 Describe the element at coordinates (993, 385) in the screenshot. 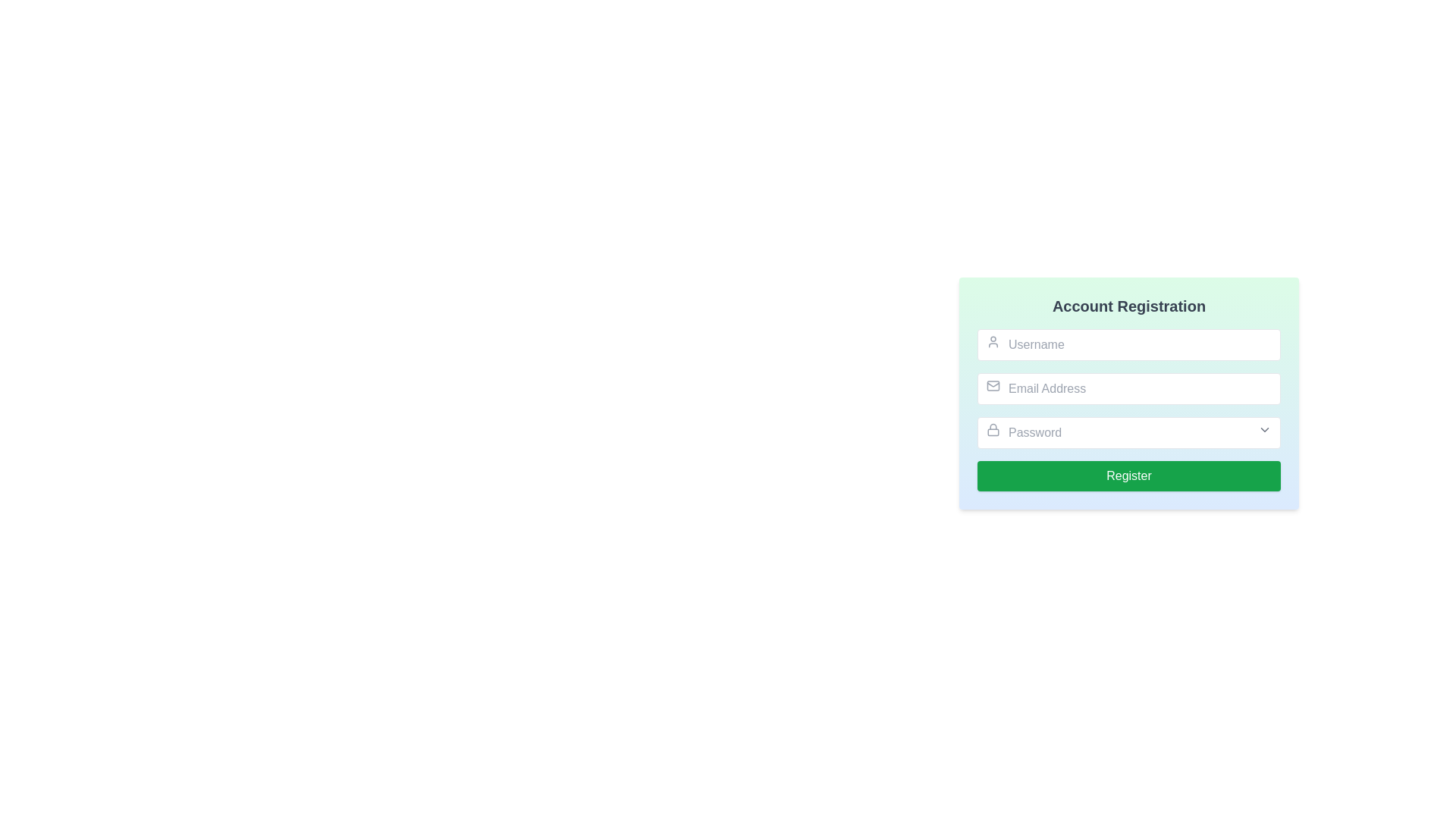

I see `the rectangular SVG shape that represents the body of the envelope icon located to the left of the 'Email Address' input field` at that location.